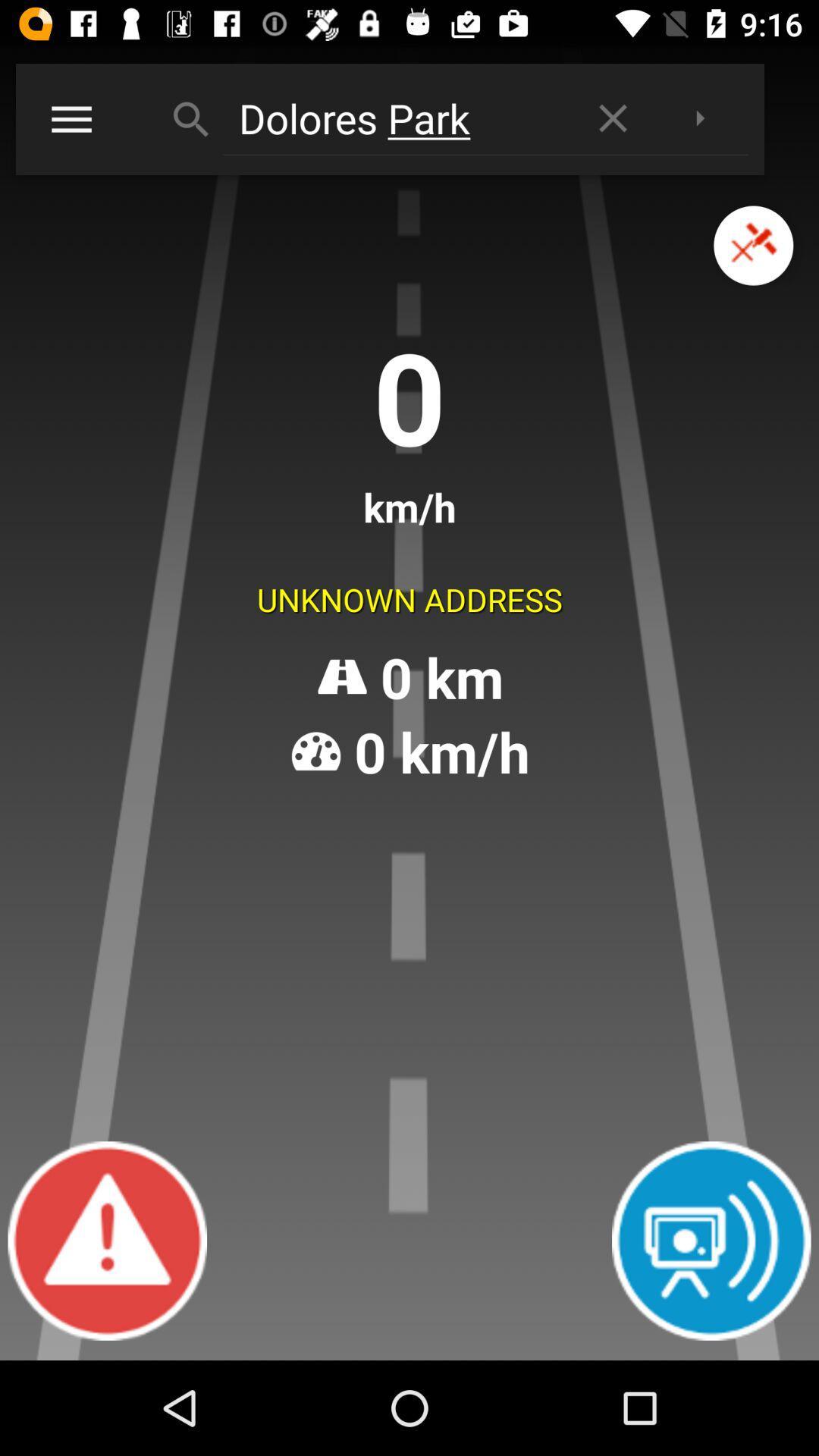 This screenshot has height=1456, width=819. I want to click on the close icon, so click(753, 262).